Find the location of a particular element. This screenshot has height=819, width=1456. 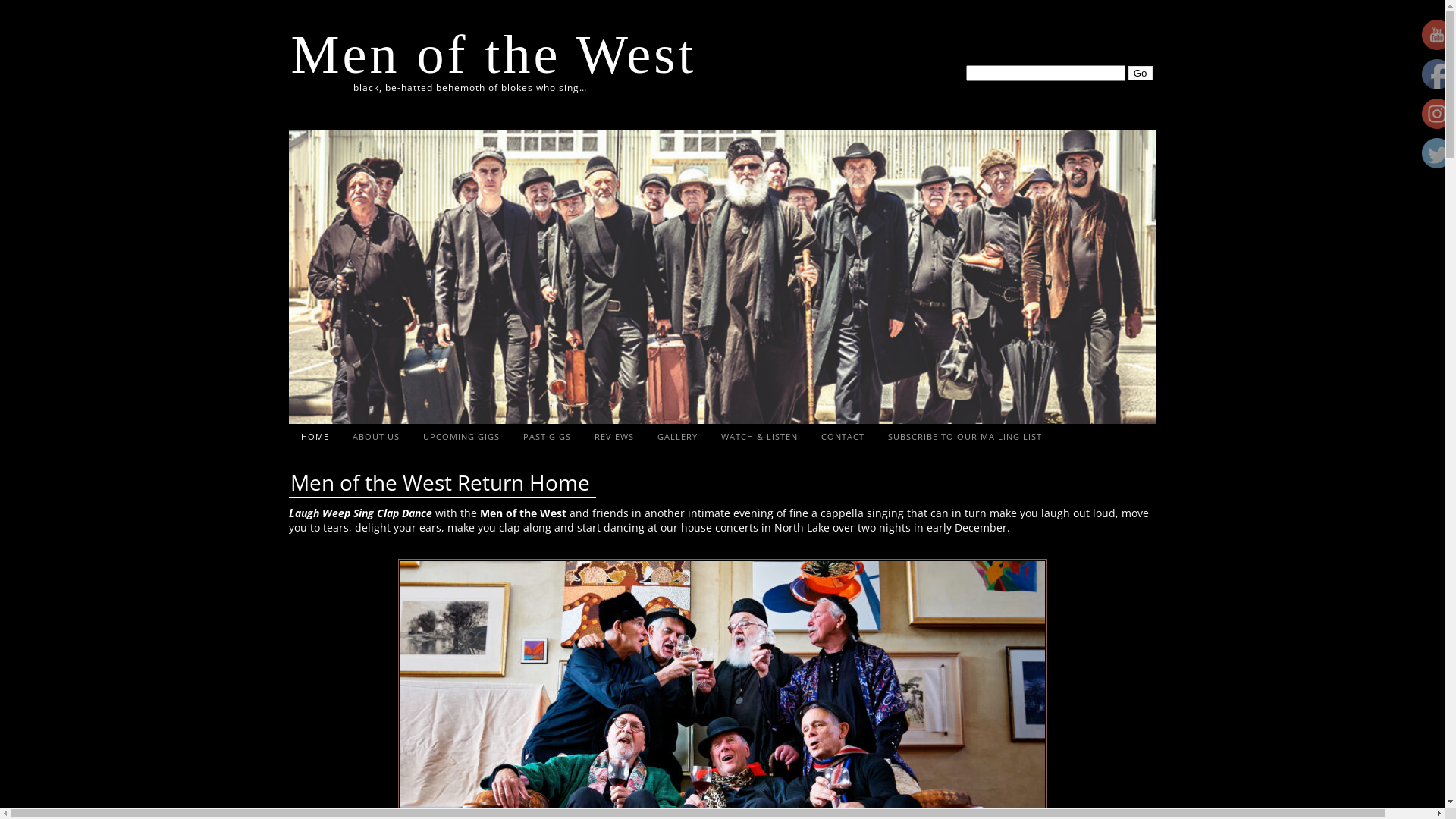

'Twitter' is located at coordinates (1421, 152).